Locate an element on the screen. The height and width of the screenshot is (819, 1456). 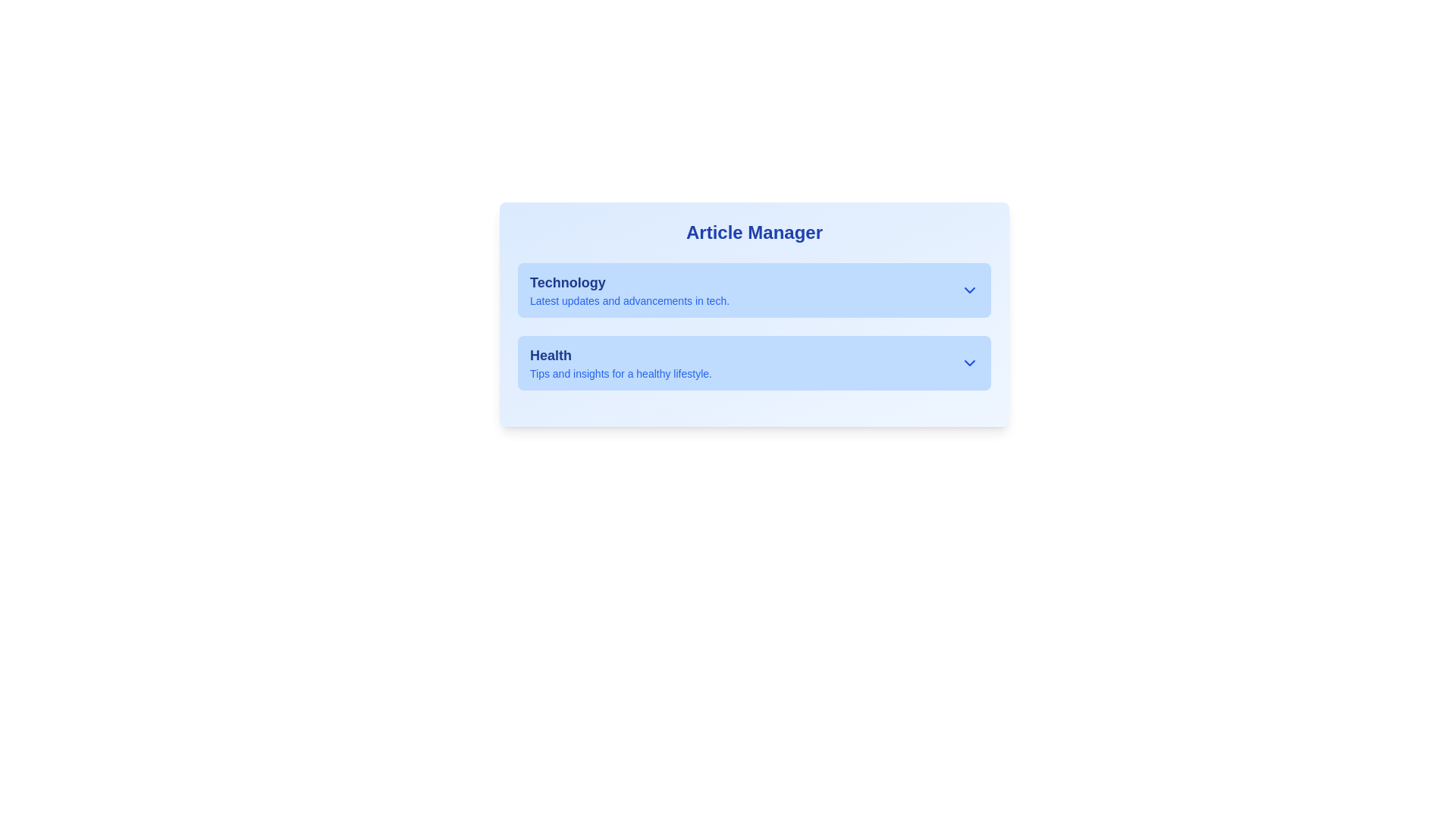
the Text Header element that serves as a title for the health section, located below 'Technology' and above the descriptive text 'Tips and insights for a healthy lifestyle' is located at coordinates (620, 356).